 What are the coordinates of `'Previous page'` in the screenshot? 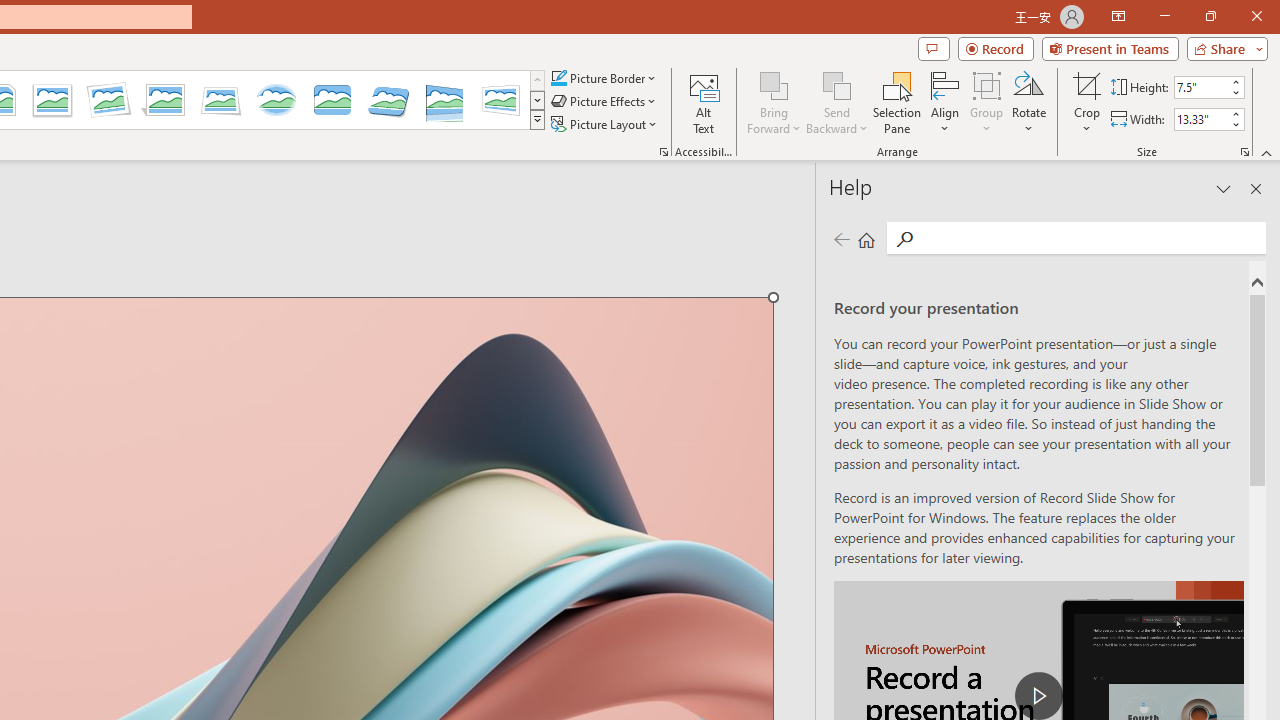 It's located at (841, 238).